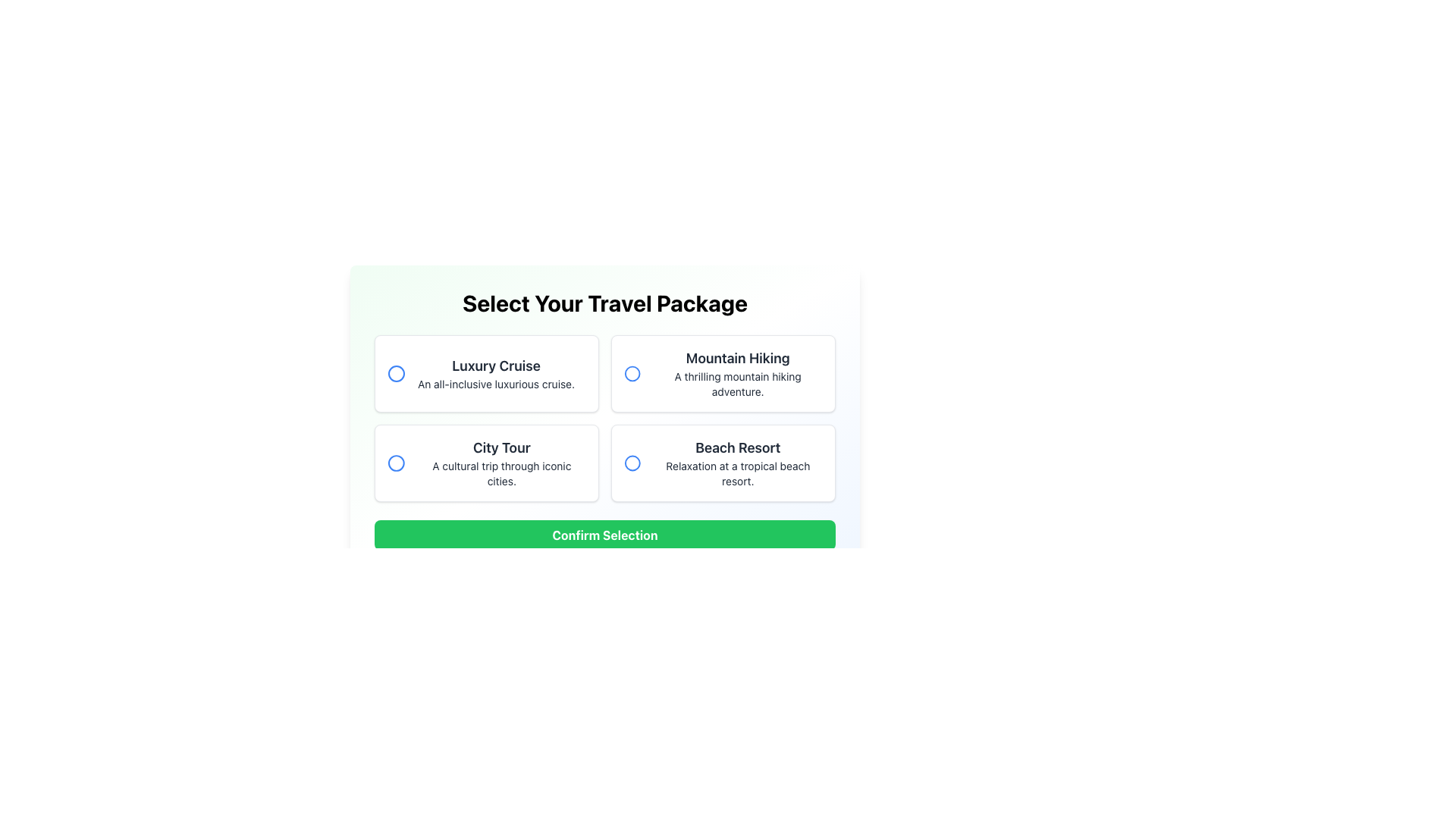 This screenshot has width=1456, height=819. What do you see at coordinates (738, 383) in the screenshot?
I see `textual description located directly below the heading 'Mountain Hiking', which states 'A thrilling mountain hiking adventure.'` at bounding box center [738, 383].